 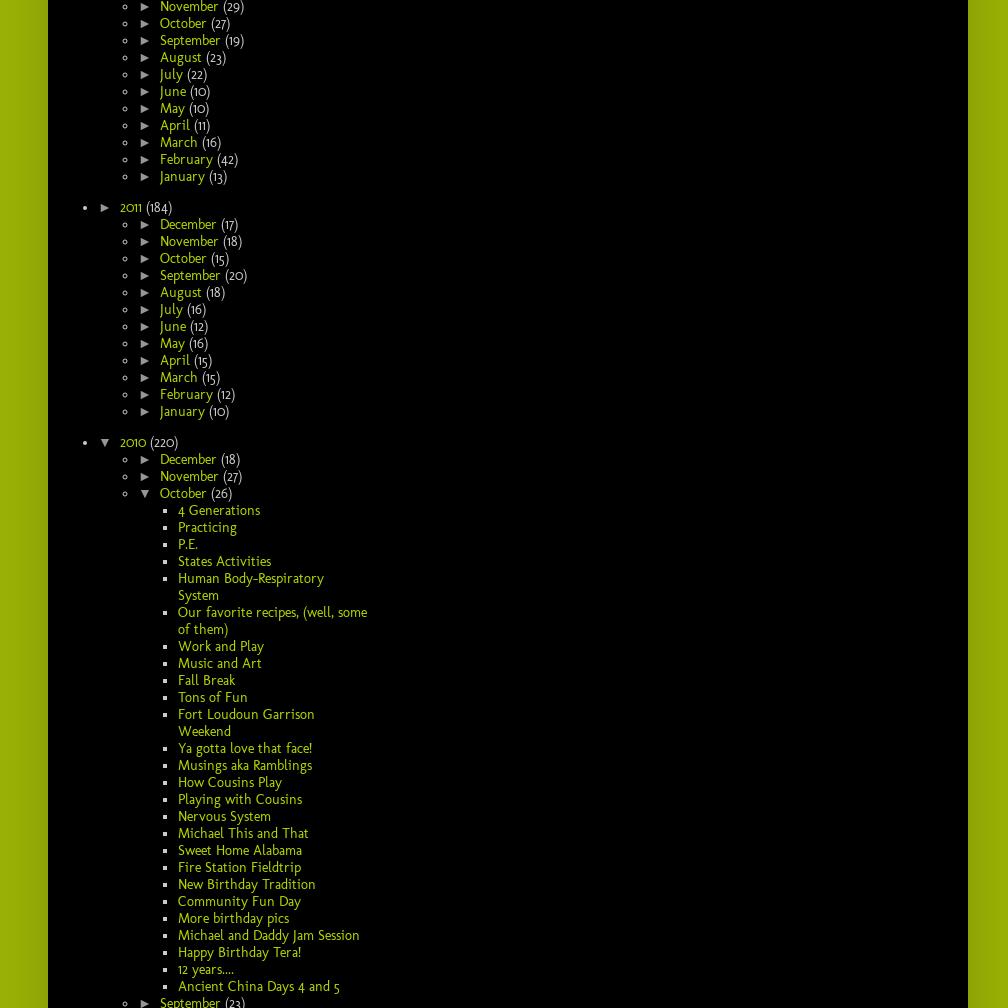 What do you see at coordinates (234, 274) in the screenshot?
I see `'(20)'` at bounding box center [234, 274].